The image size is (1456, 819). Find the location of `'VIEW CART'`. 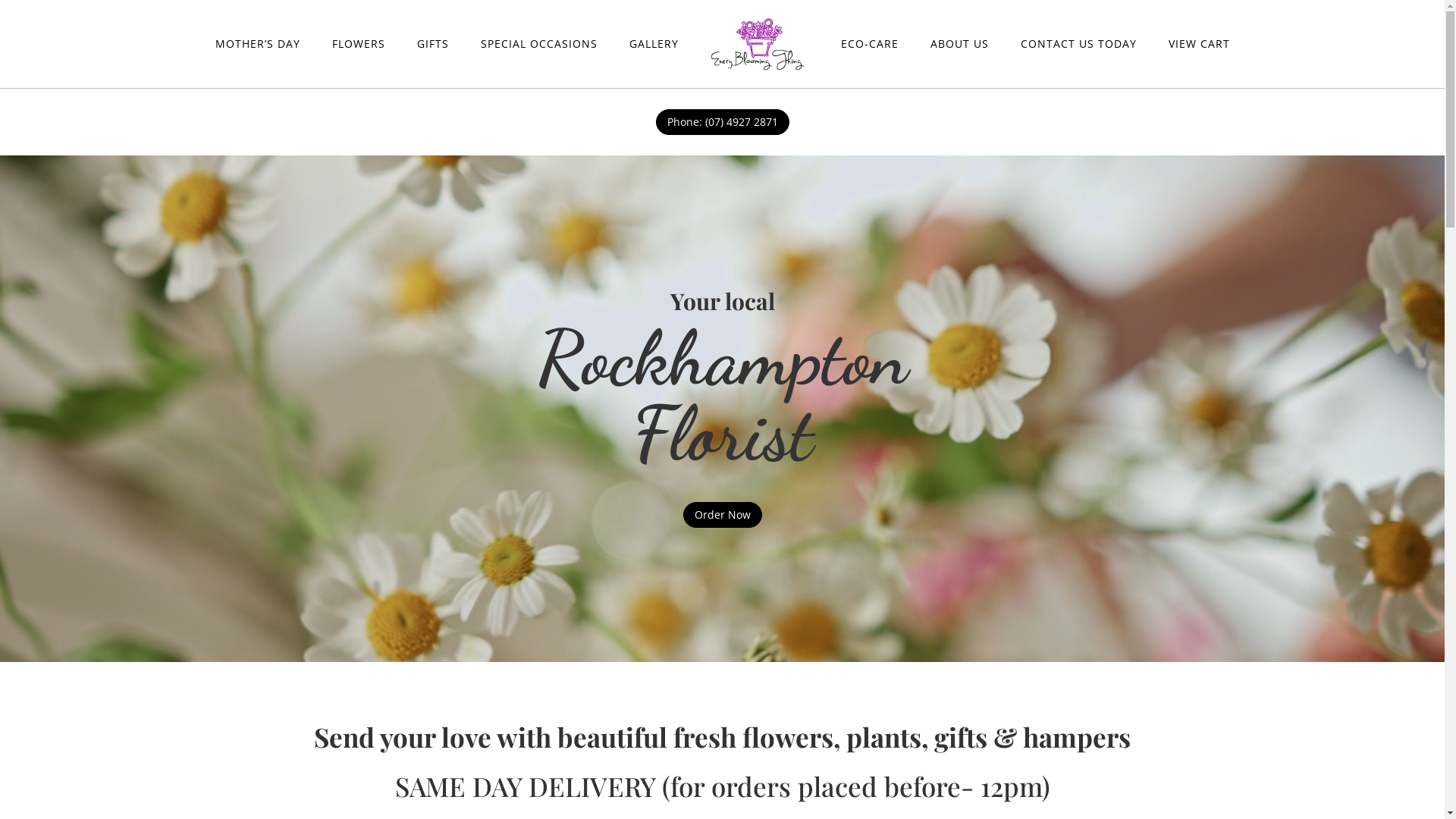

'VIEW CART' is located at coordinates (1167, 42).